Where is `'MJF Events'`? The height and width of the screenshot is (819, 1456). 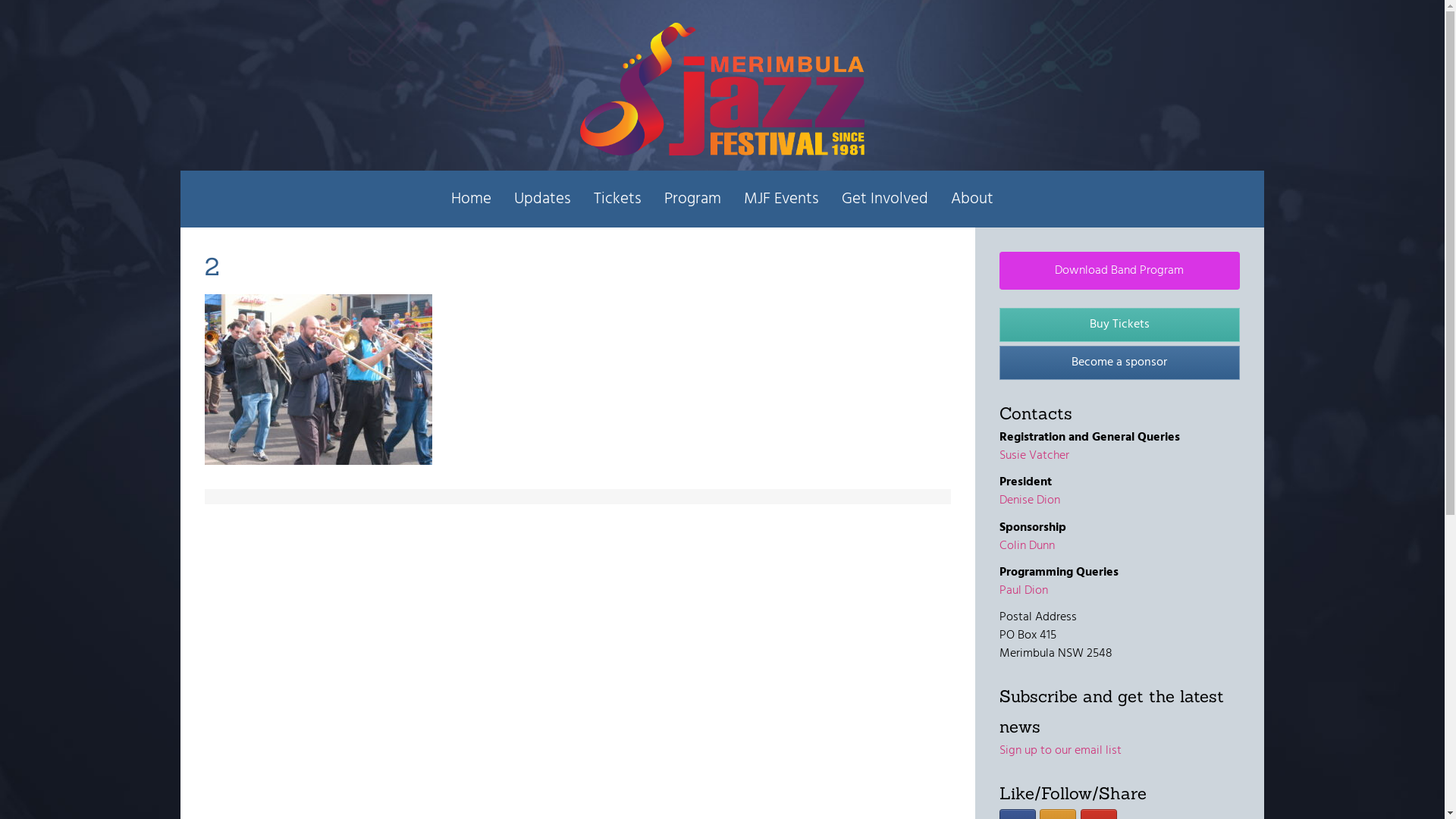 'MJF Events' is located at coordinates (781, 198).